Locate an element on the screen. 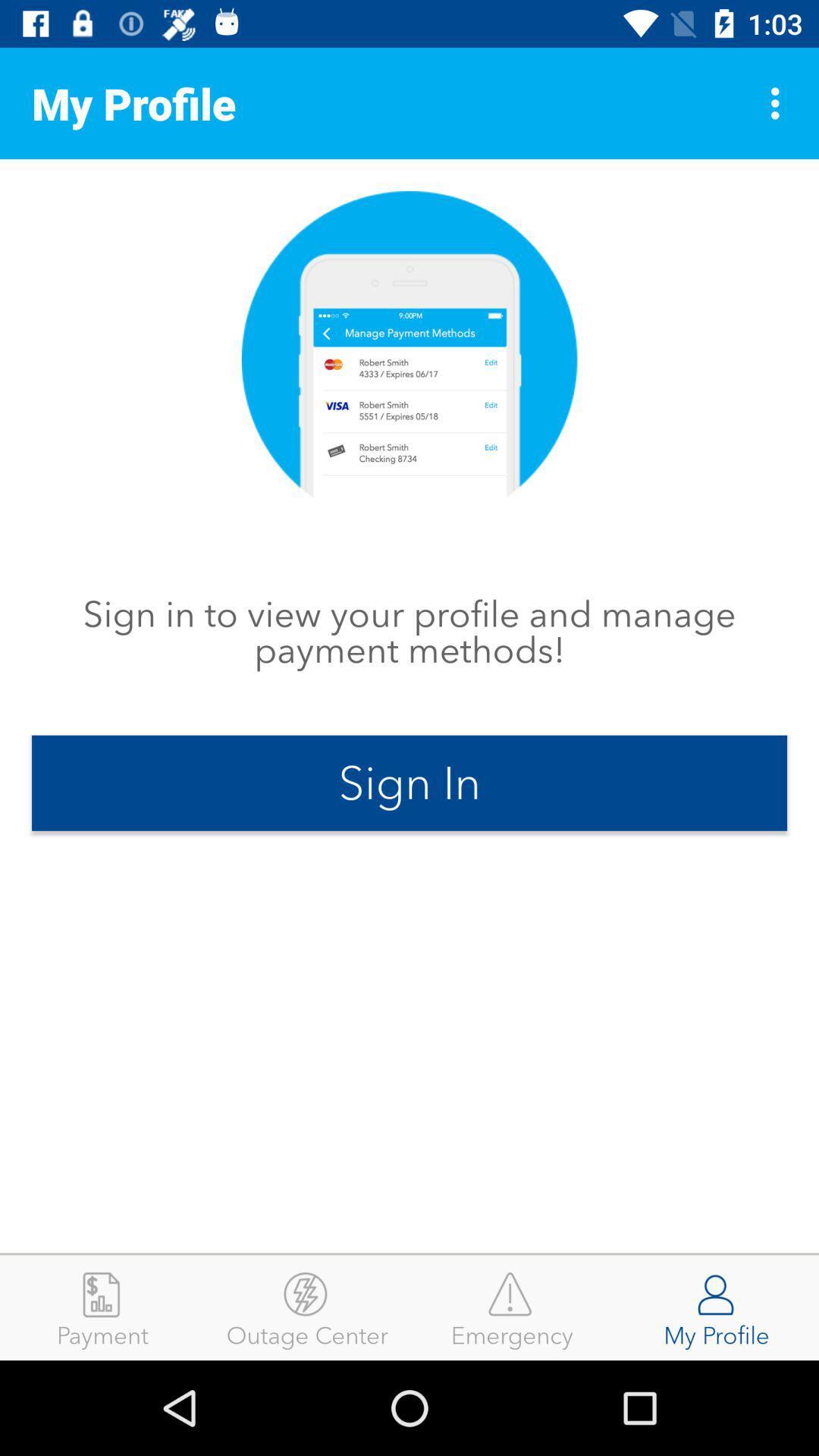 This screenshot has width=819, height=1456. icon next to my profile item is located at coordinates (779, 102).